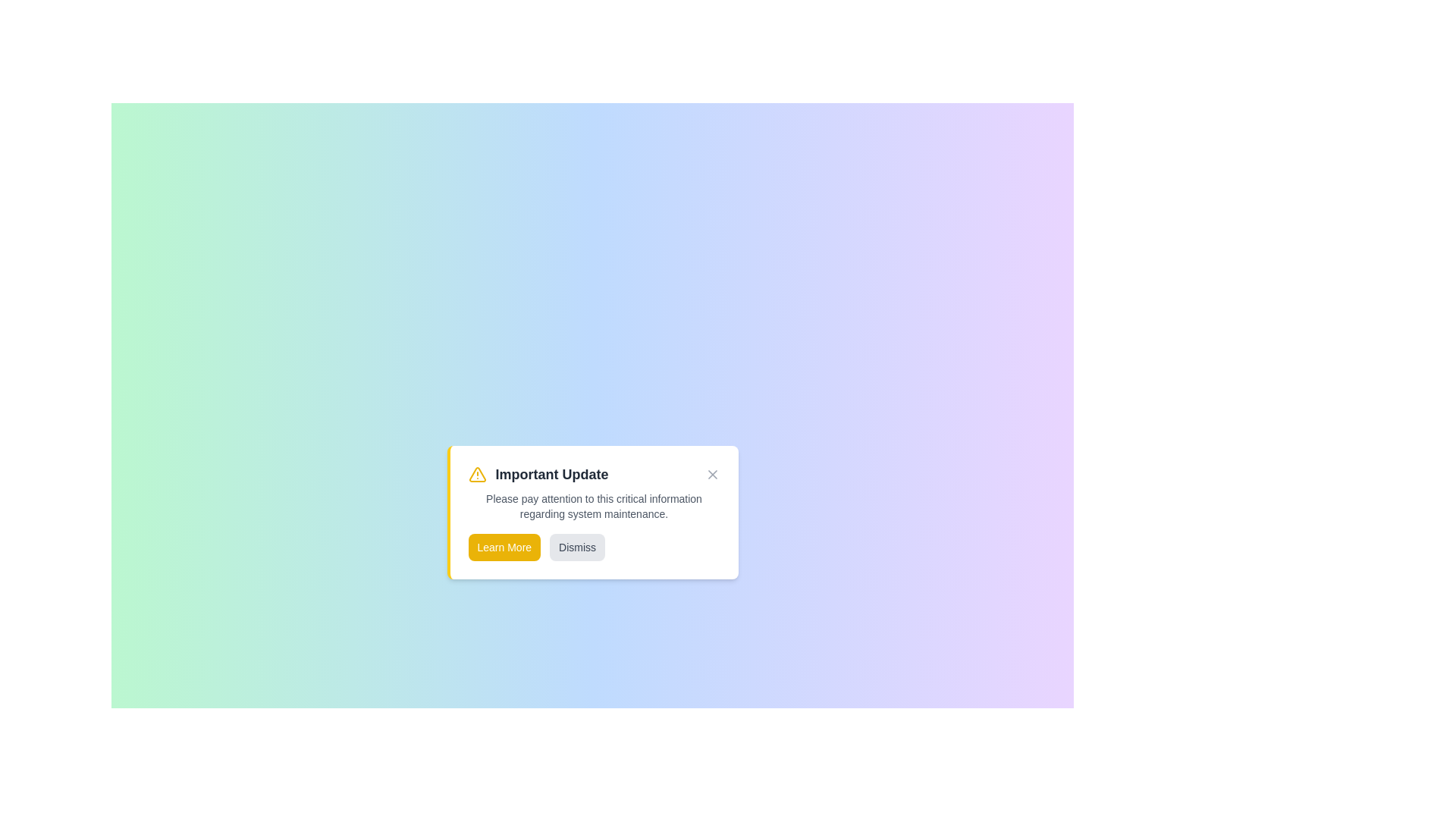  I want to click on the 'Dismiss' button to close the notification alert, so click(576, 547).